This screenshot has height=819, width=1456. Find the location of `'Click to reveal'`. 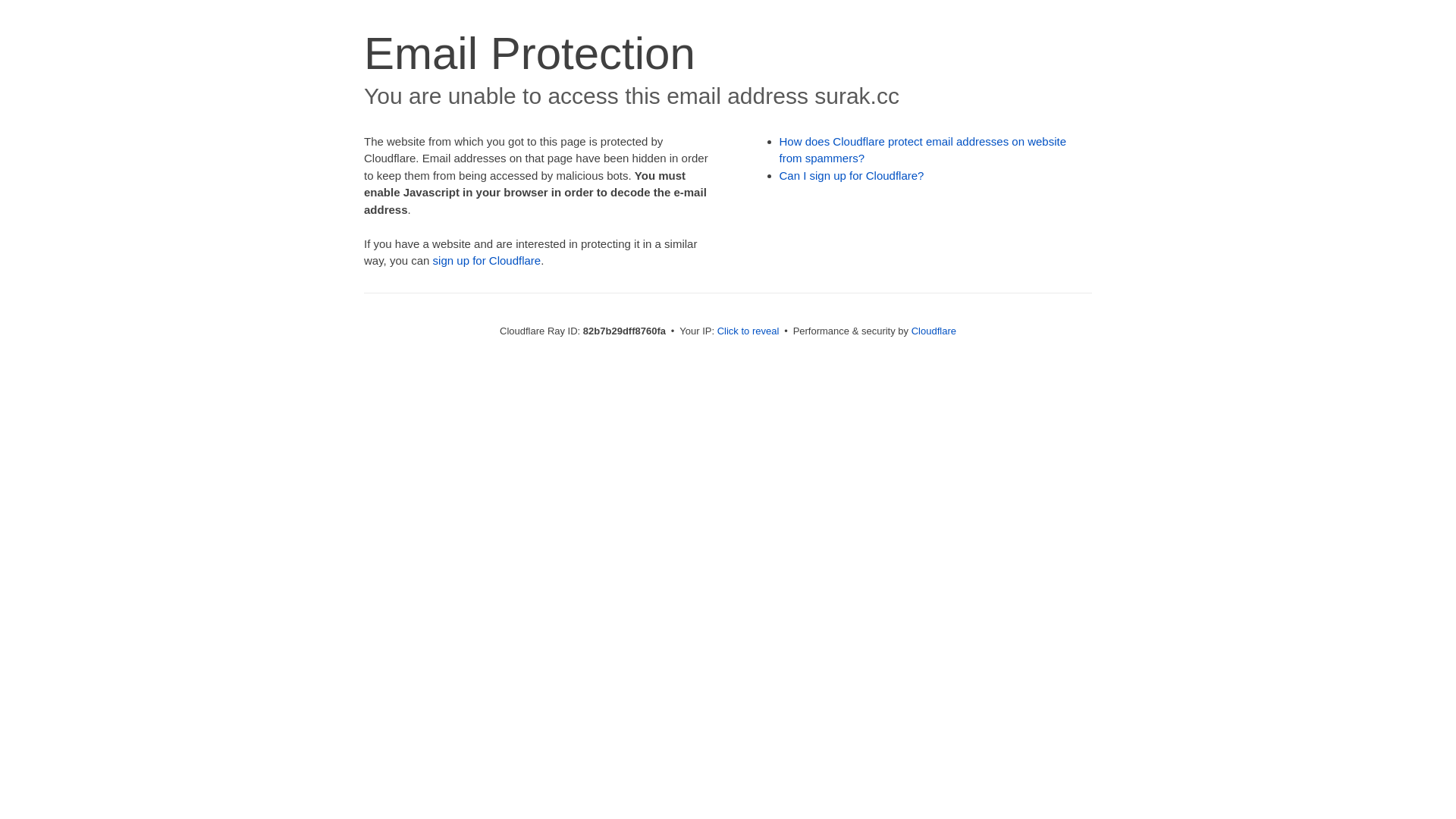

'Click to reveal' is located at coordinates (748, 330).